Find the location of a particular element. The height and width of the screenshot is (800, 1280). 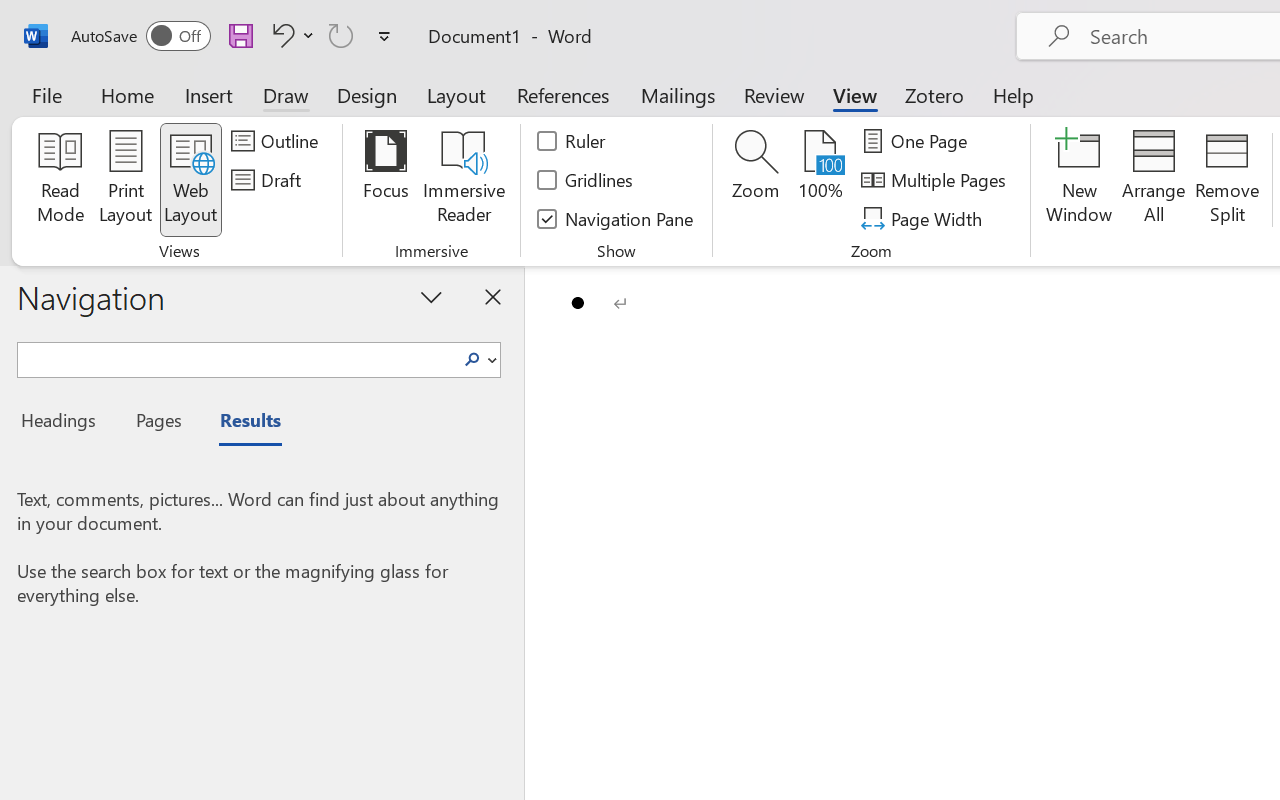

'Pages' is located at coordinates (155, 423).